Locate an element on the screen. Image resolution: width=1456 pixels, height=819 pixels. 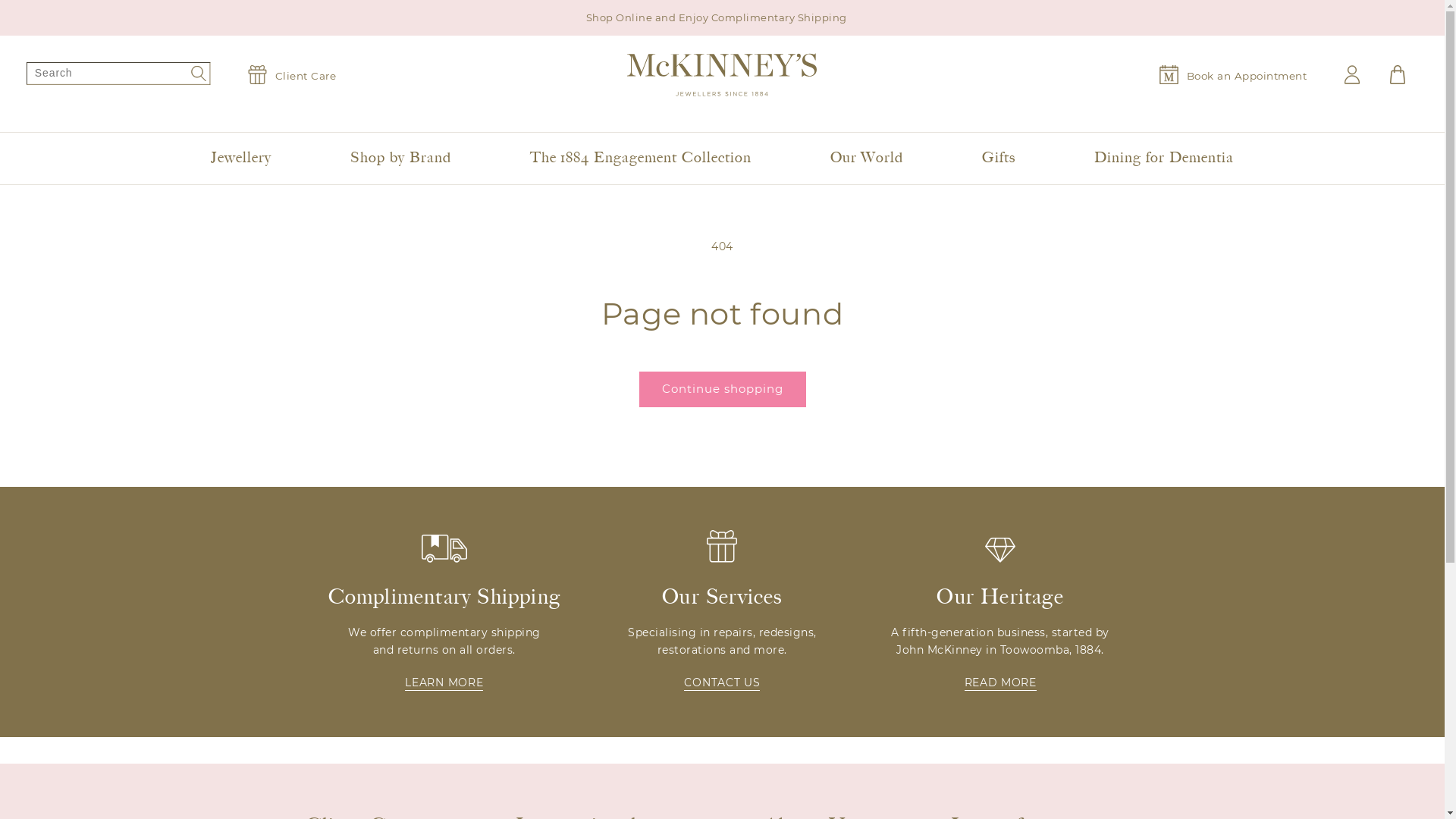
'Shop by Brand' is located at coordinates (340, 158).